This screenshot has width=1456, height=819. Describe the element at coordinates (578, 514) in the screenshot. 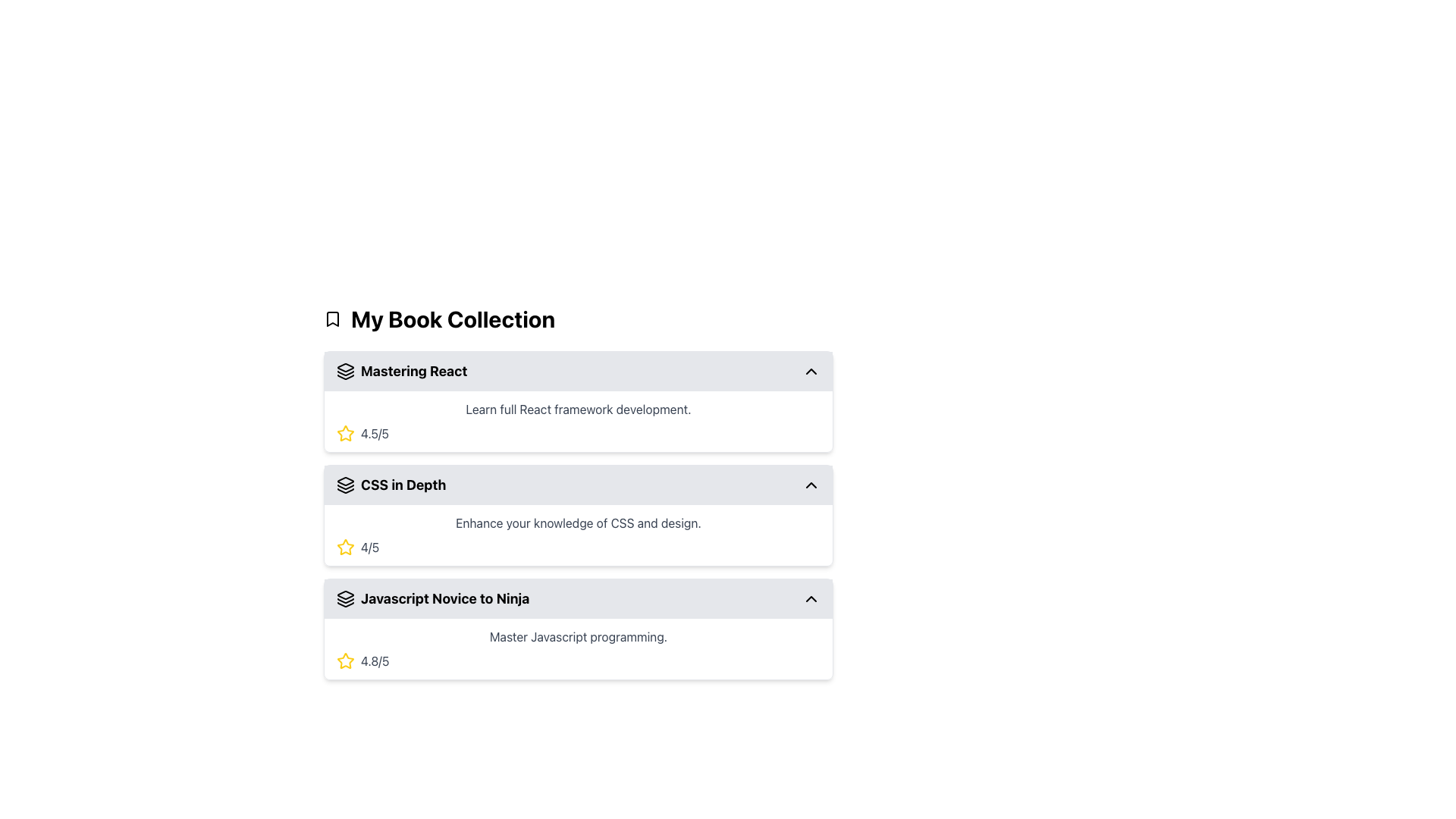

I see `the title 'CSS in Depth' in the book details card` at that location.